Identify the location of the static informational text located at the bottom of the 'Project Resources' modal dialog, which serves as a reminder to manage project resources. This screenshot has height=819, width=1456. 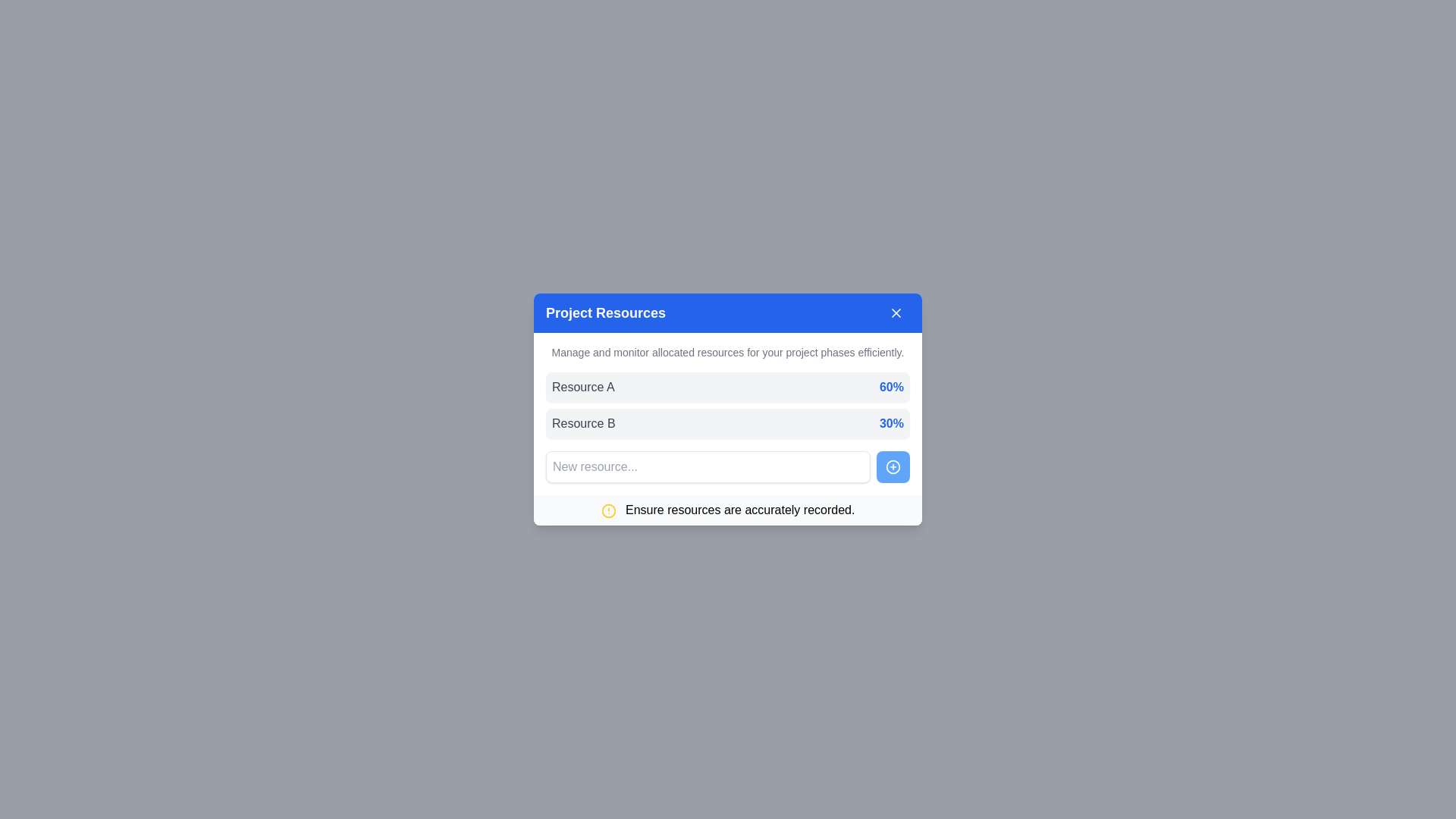
(728, 510).